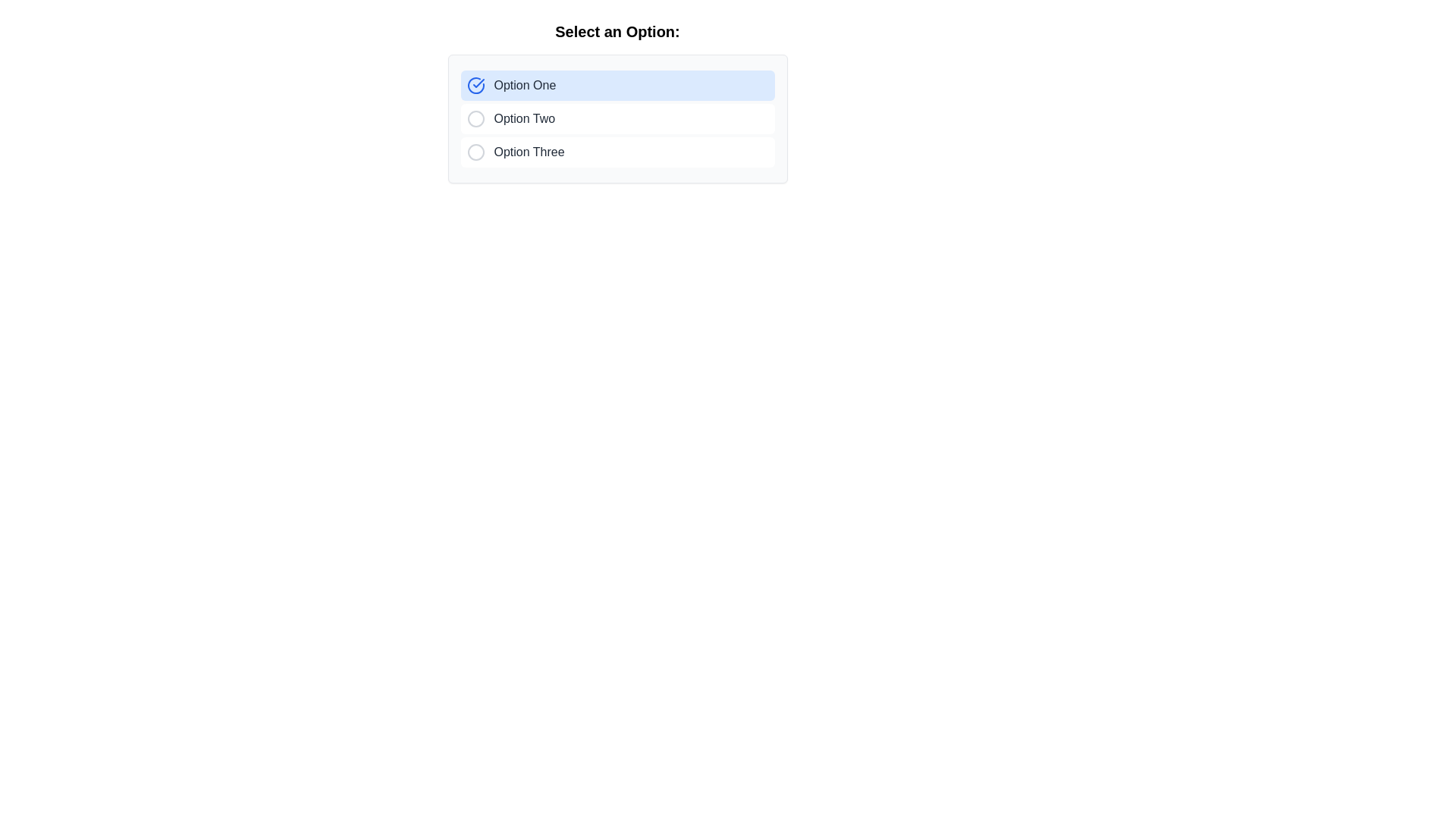 The image size is (1456, 819). I want to click on the status of the active state indicator for 'Option One', located in the top-right quadrant, leftmost of the list item labeled 'Option One', so click(475, 85).